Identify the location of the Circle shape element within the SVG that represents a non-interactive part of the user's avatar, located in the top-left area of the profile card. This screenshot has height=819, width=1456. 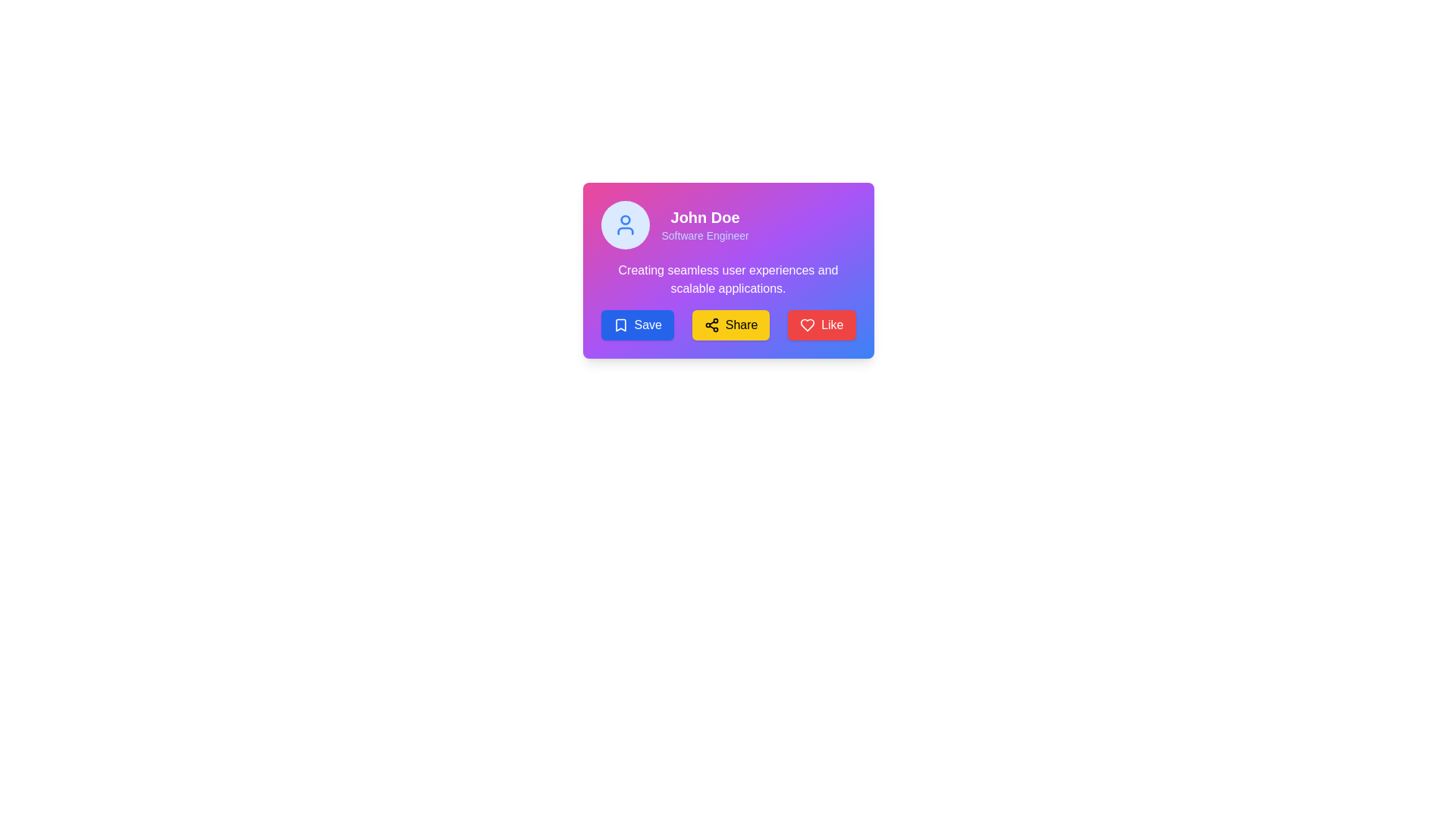
(625, 220).